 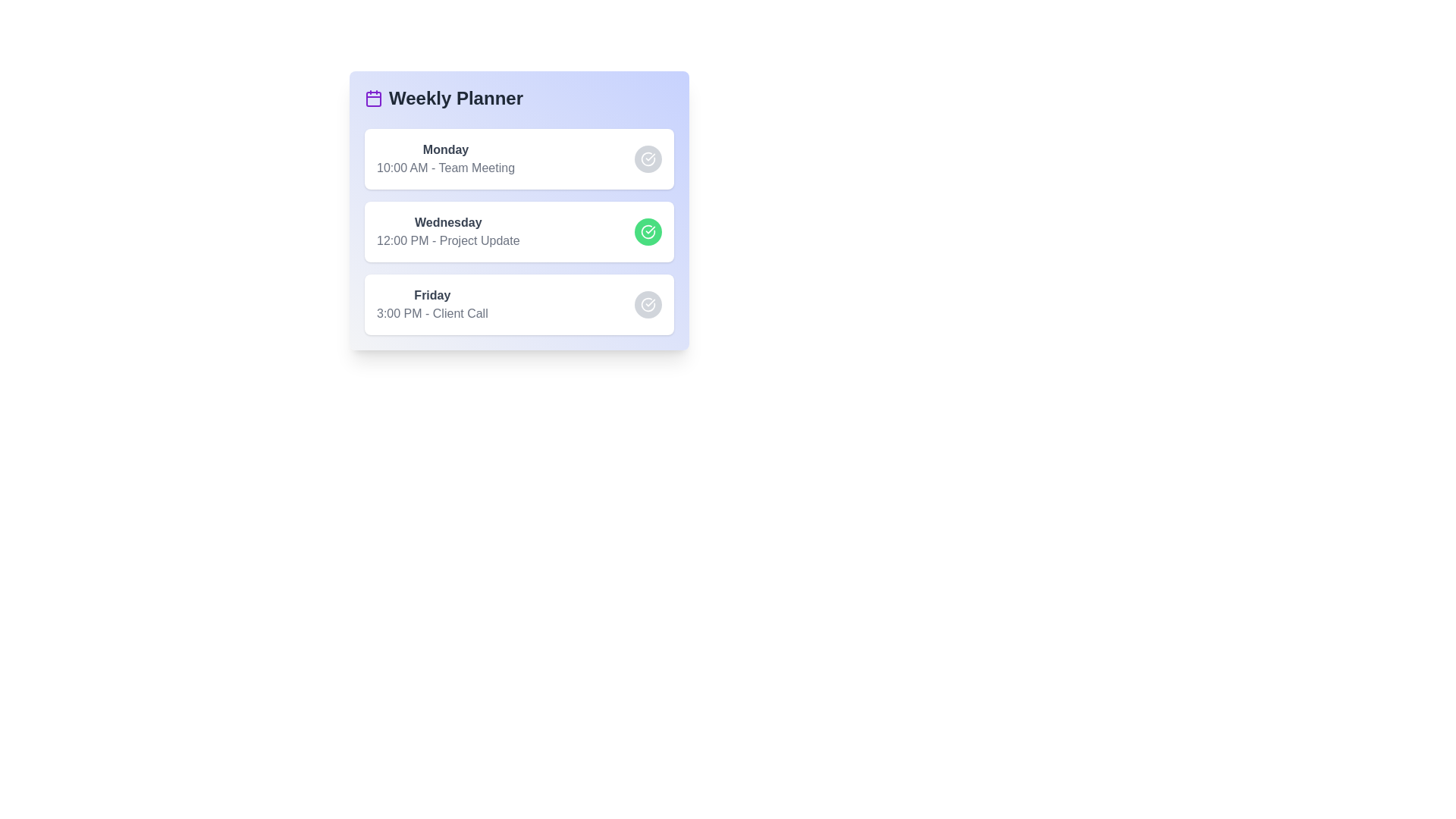 I want to click on the circular button next to the task corresponding to Wednesday - Project Update, so click(x=648, y=231).